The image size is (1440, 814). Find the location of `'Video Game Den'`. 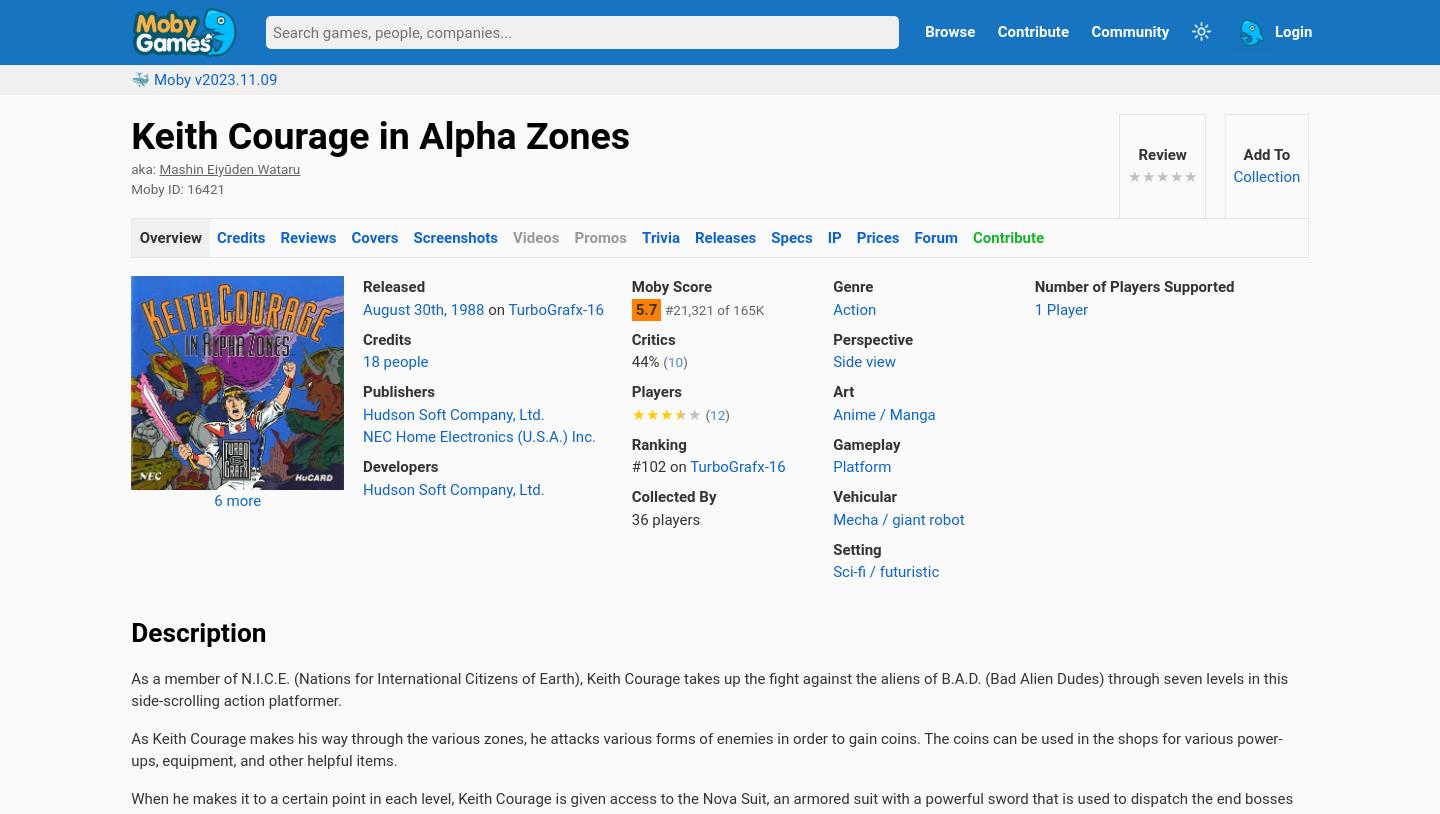

'Video Game Den' is located at coordinates (186, 125).